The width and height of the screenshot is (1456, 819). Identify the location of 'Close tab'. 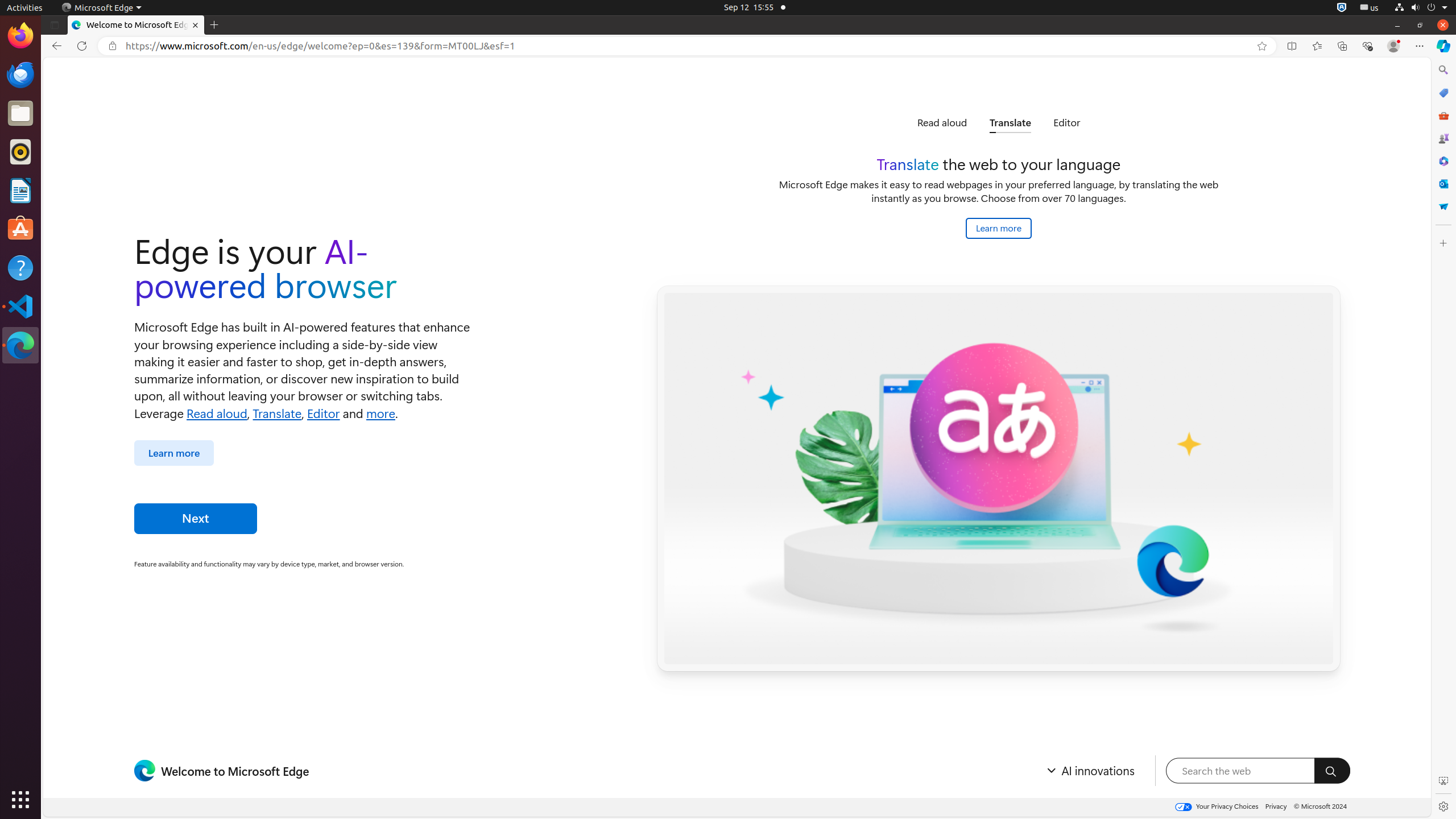
(195, 24).